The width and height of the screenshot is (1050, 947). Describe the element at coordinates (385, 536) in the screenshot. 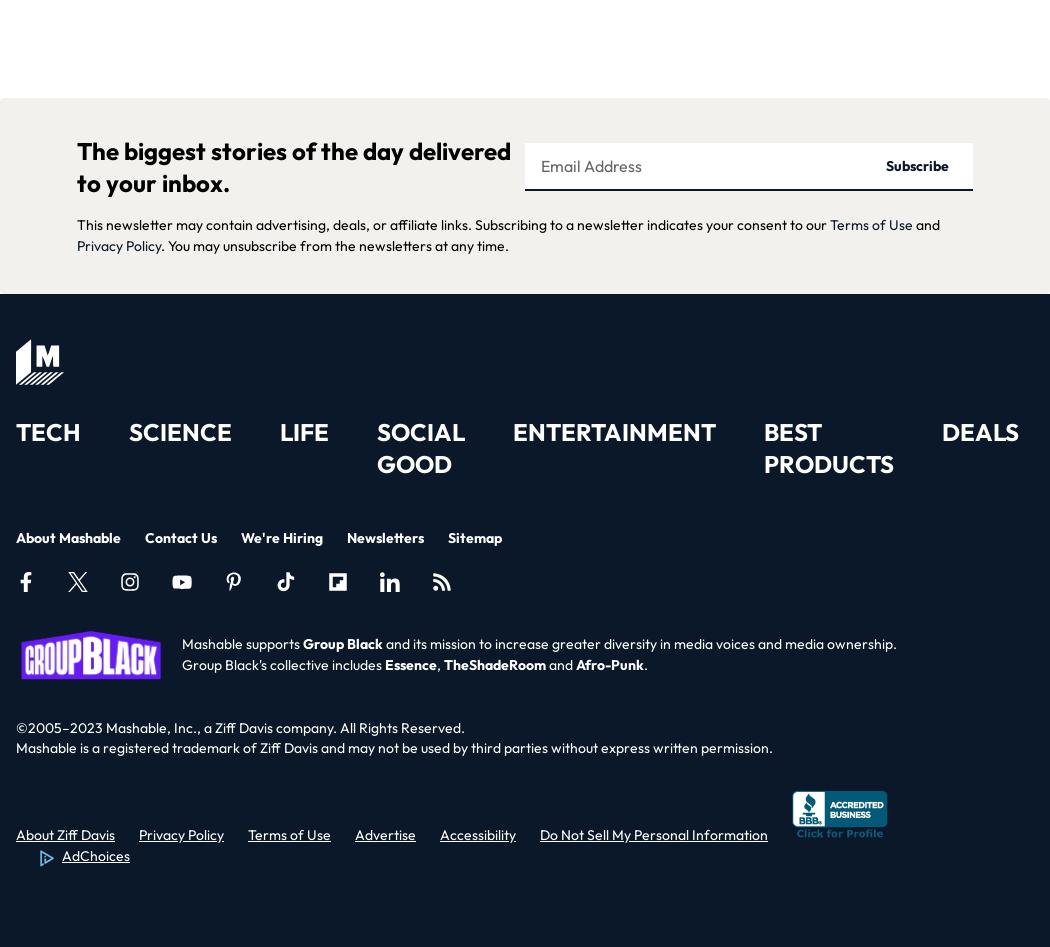

I see `'Newsletters'` at that location.